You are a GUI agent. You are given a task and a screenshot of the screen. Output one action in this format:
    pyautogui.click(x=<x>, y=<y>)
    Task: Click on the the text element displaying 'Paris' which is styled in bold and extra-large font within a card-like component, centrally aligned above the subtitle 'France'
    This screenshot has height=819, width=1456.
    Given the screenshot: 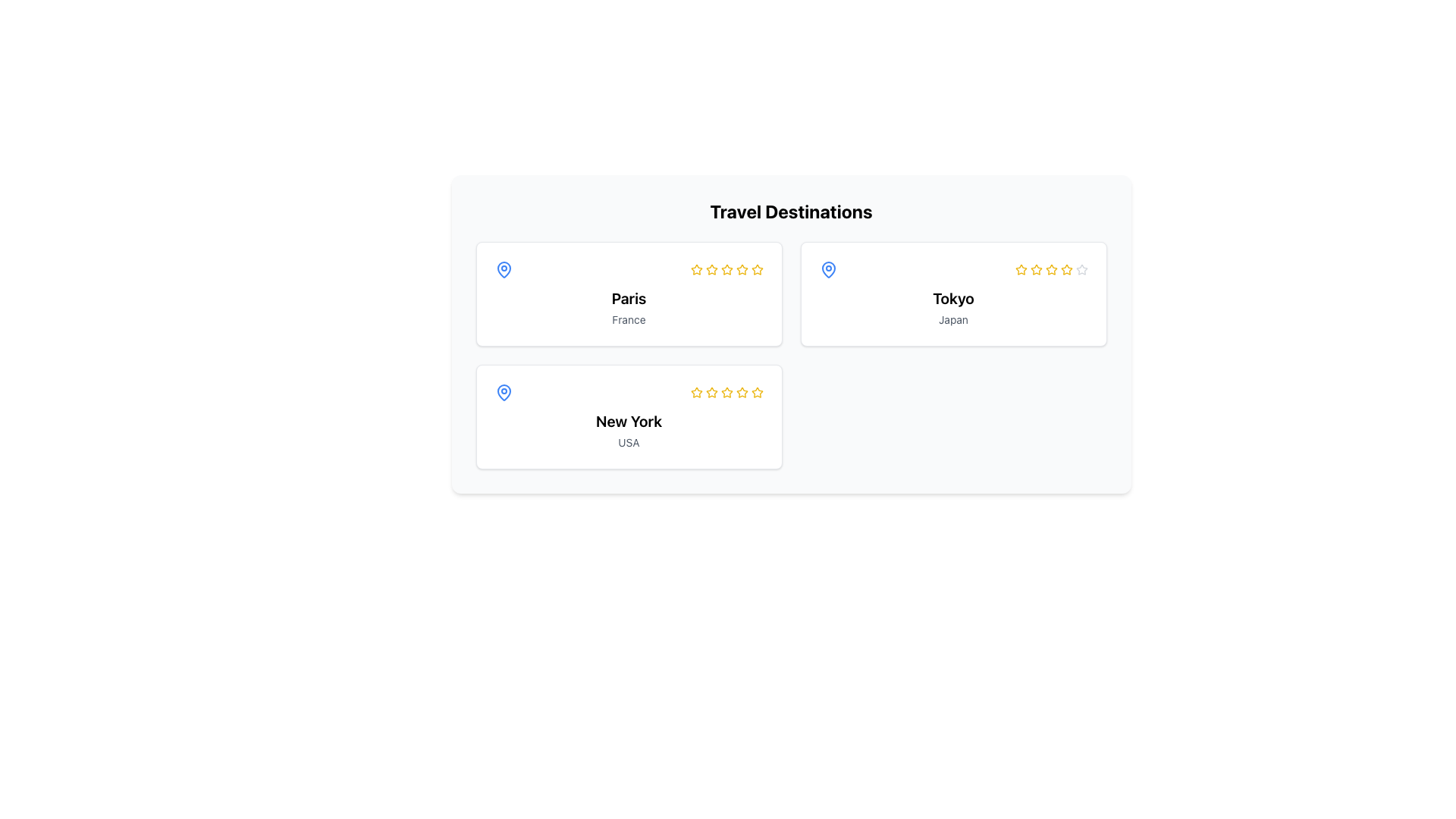 What is the action you would take?
    pyautogui.click(x=629, y=298)
    